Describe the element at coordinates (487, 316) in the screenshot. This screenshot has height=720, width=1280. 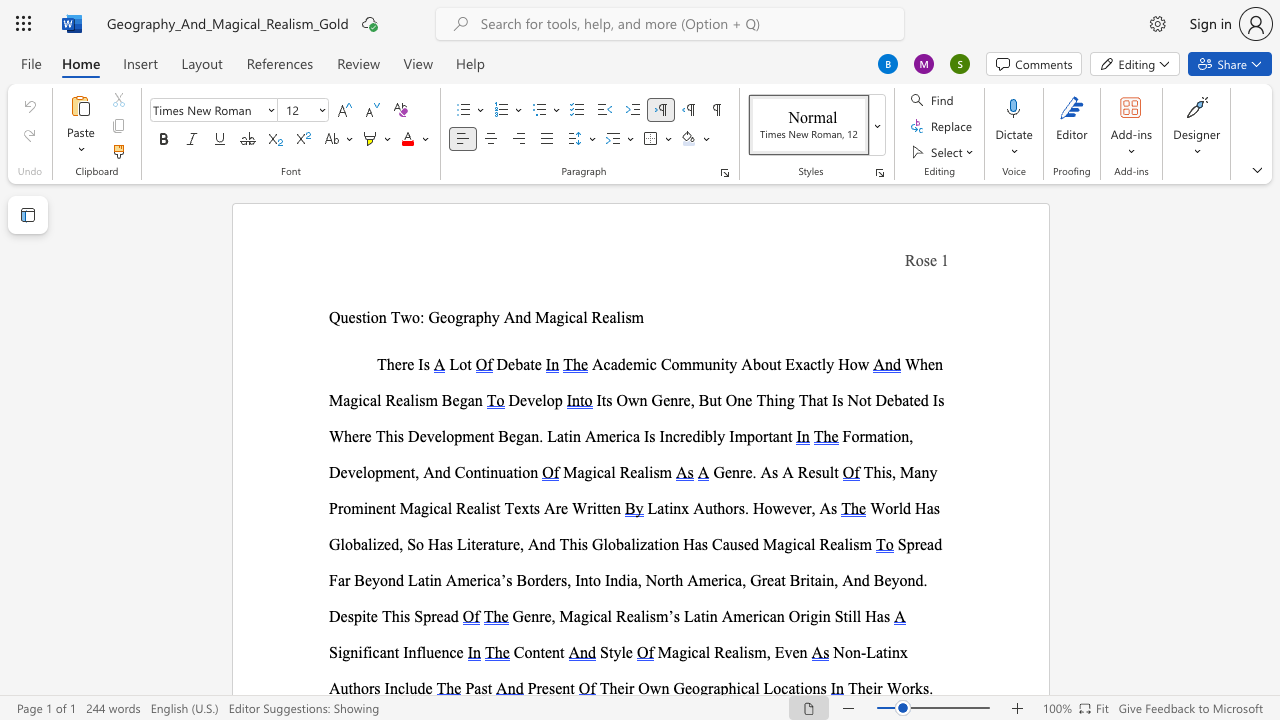
I see `the 1th character "h" in the text` at that location.